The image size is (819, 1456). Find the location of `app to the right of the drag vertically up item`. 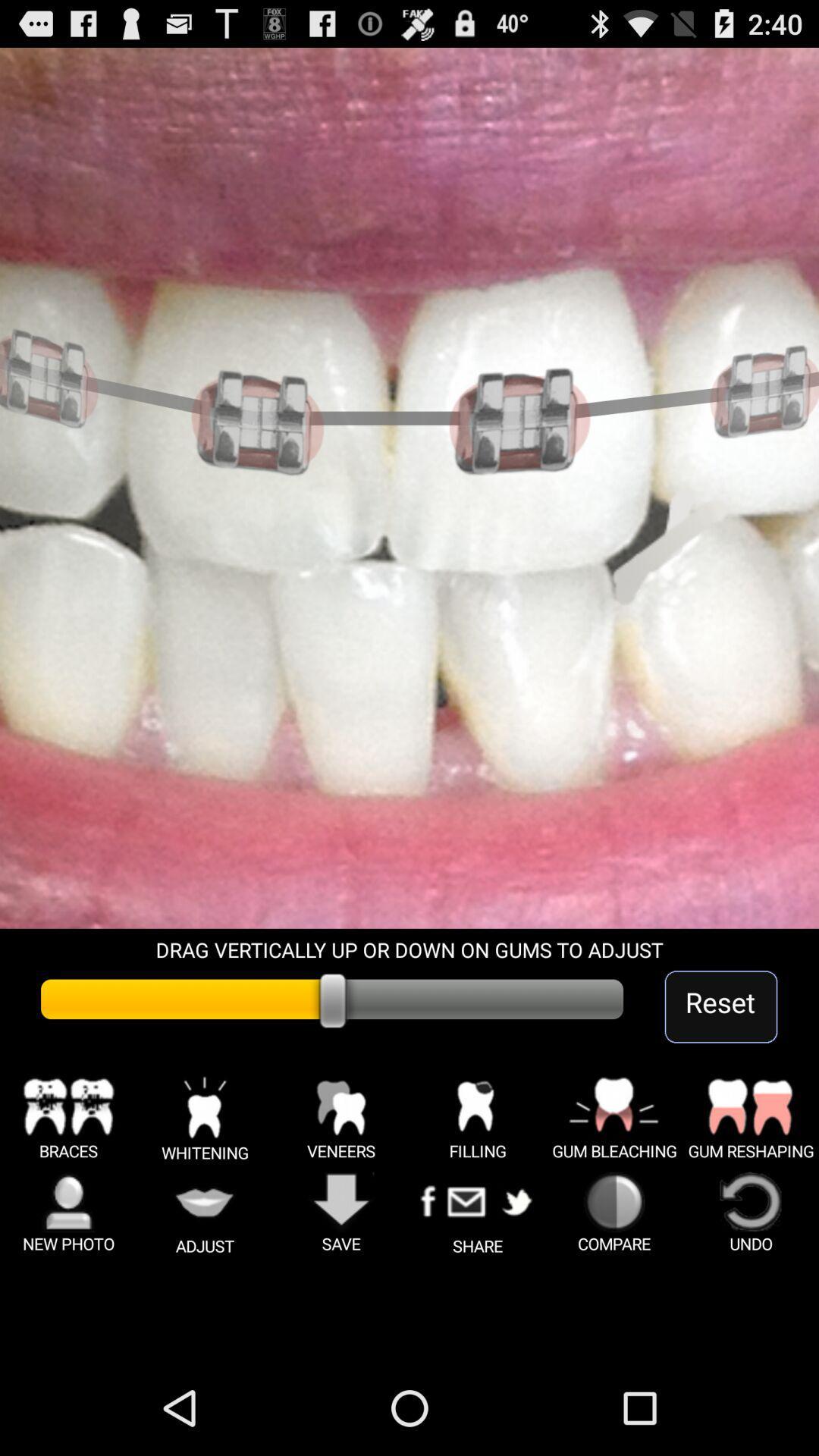

app to the right of the drag vertically up item is located at coordinates (720, 1006).